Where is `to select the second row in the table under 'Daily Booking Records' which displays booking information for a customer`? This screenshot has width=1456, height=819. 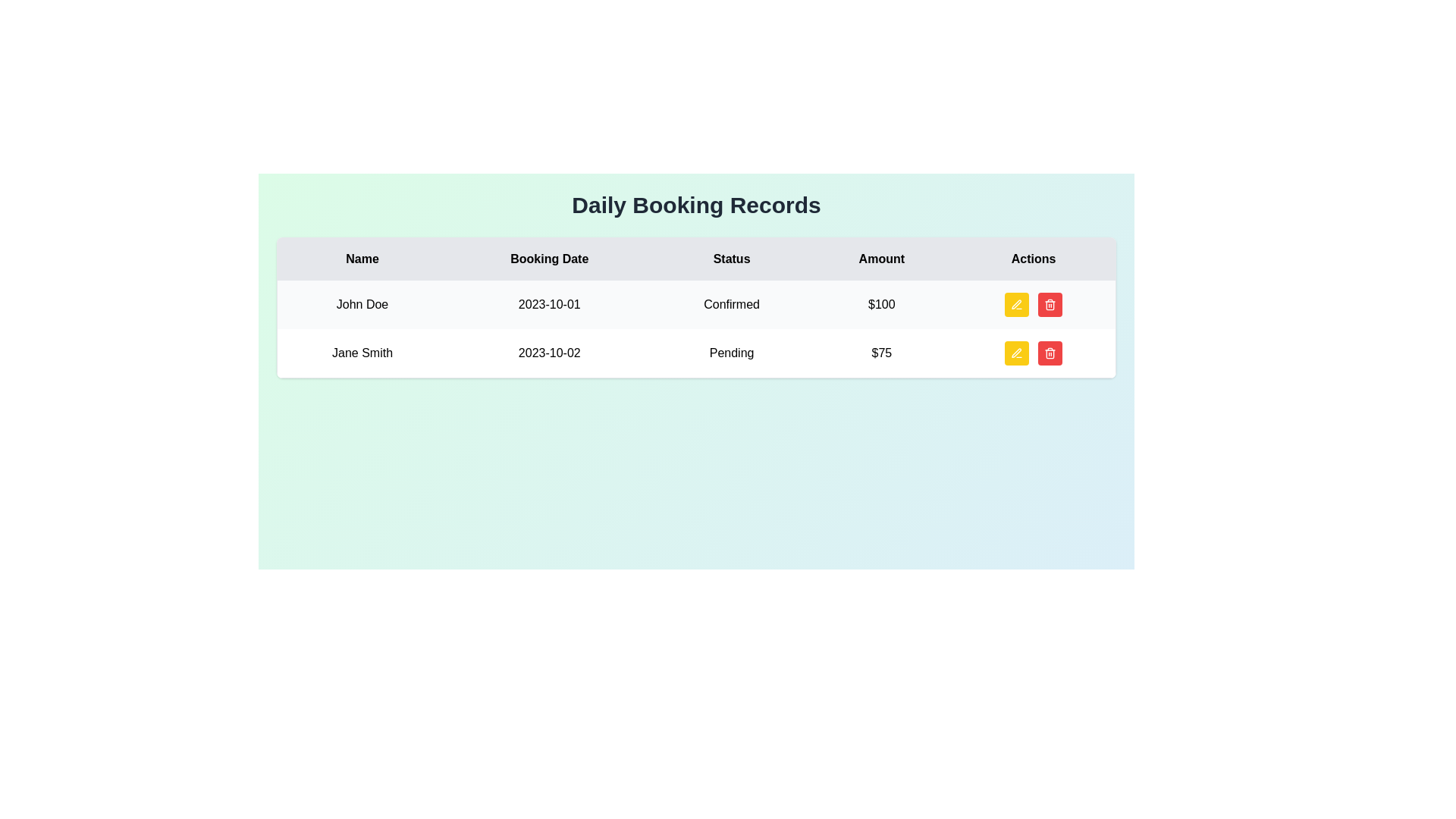
to select the second row in the table under 'Daily Booking Records' which displays booking information for a customer is located at coordinates (695, 353).